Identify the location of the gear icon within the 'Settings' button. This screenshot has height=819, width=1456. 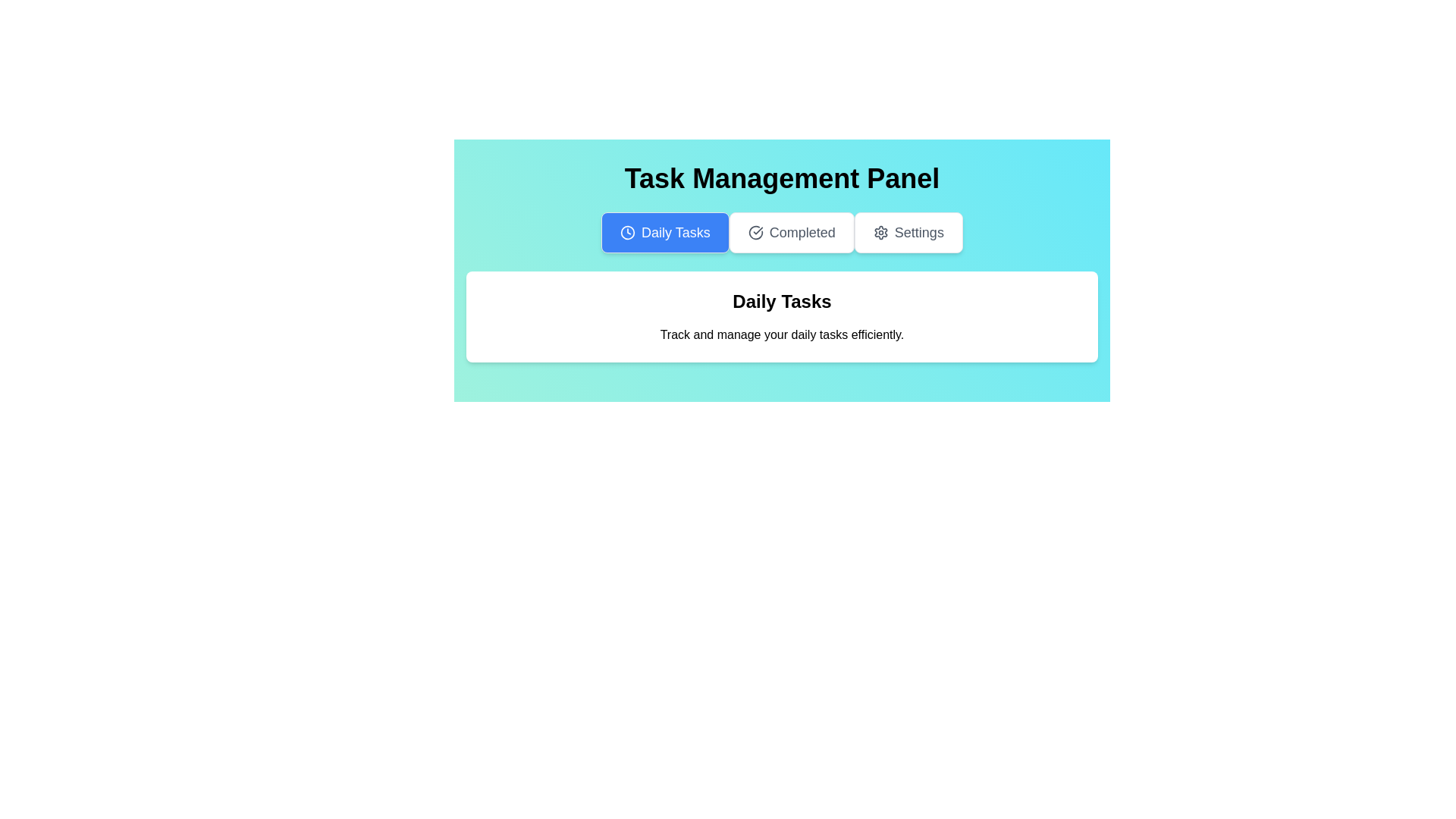
(880, 233).